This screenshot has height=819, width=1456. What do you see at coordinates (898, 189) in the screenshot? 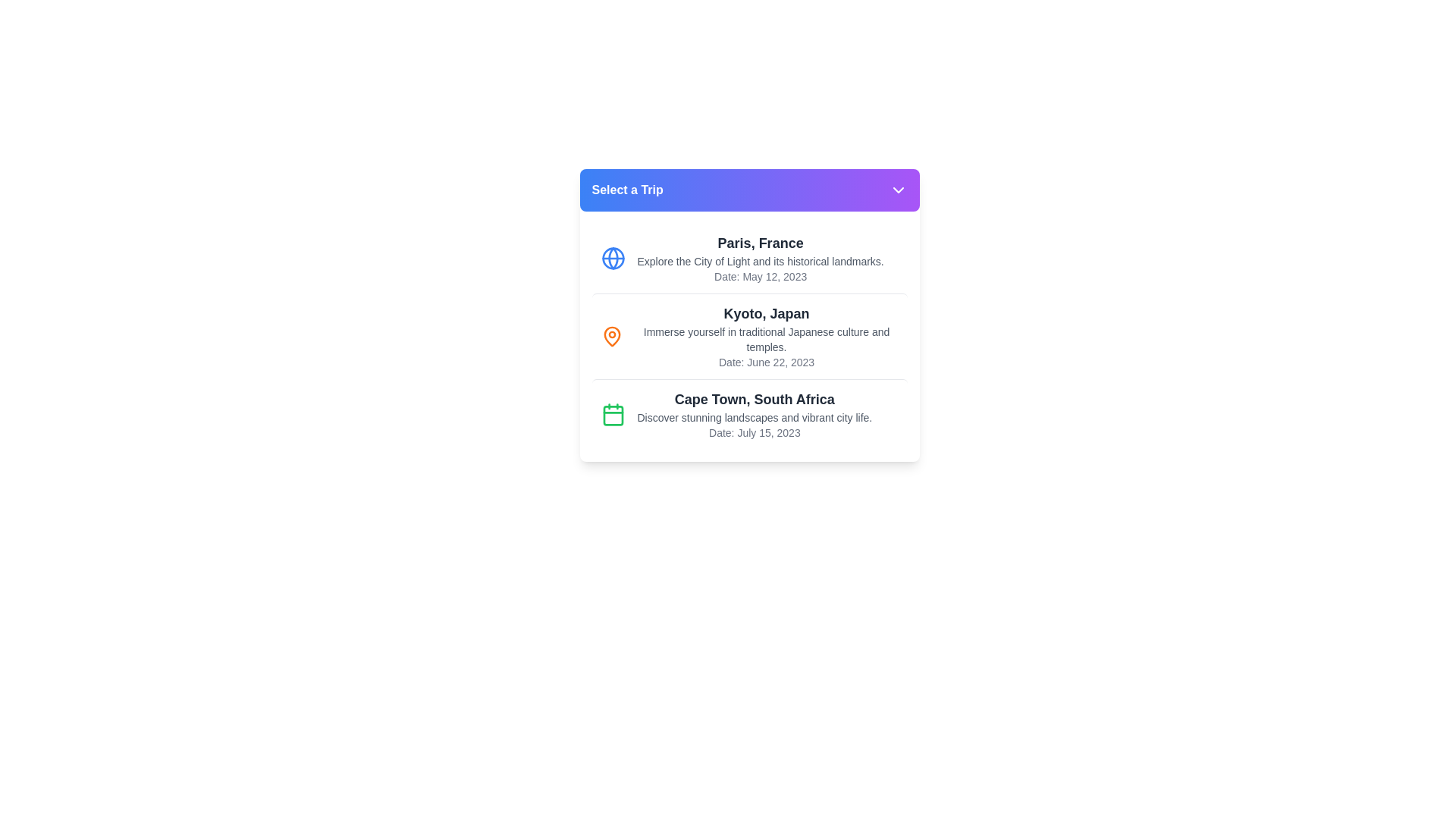
I see `the SVG icon located at the end of the purple gradient bar labeled 'Select a Trip'` at bounding box center [898, 189].